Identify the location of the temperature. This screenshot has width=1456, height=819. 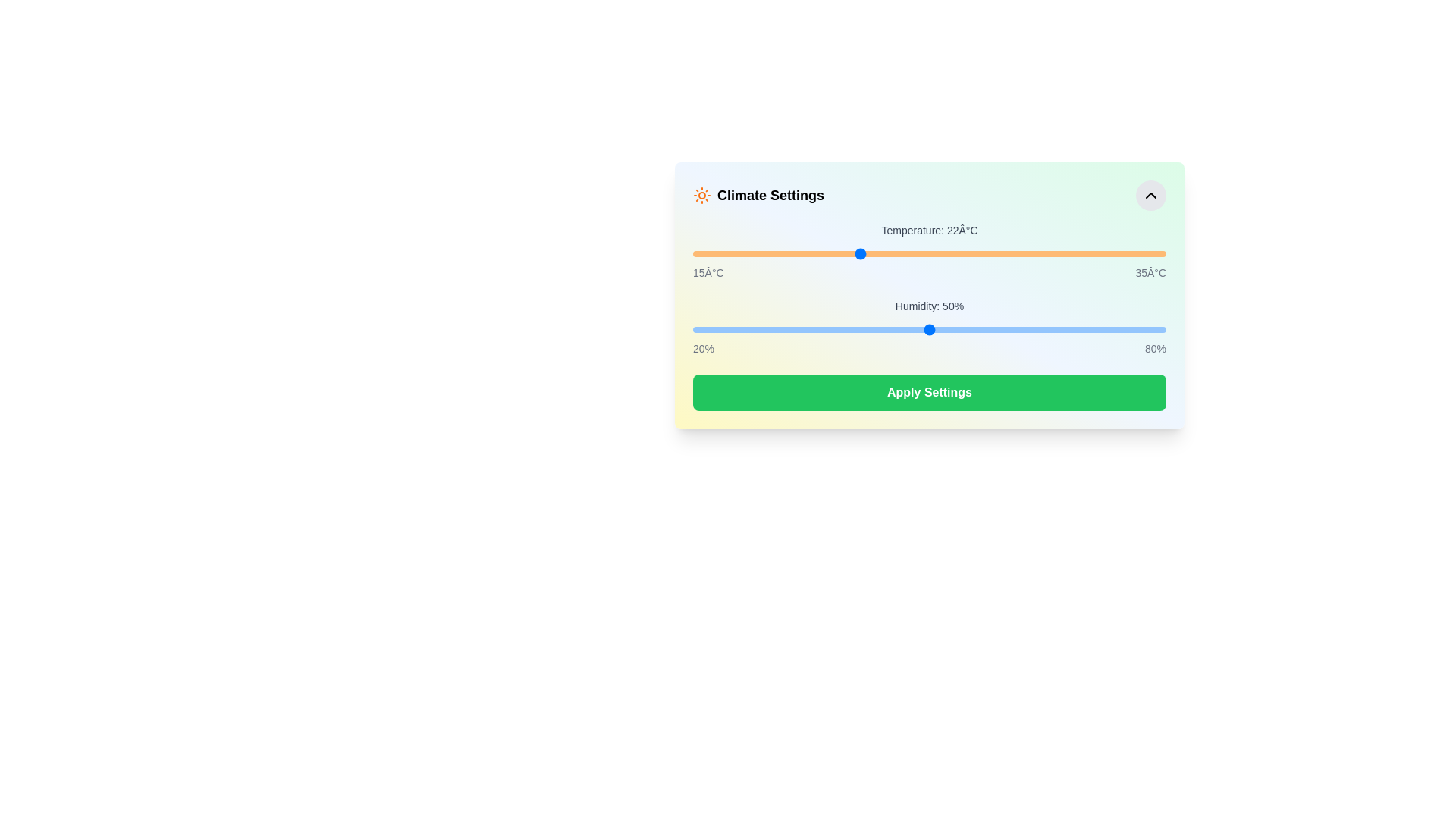
(1024, 253).